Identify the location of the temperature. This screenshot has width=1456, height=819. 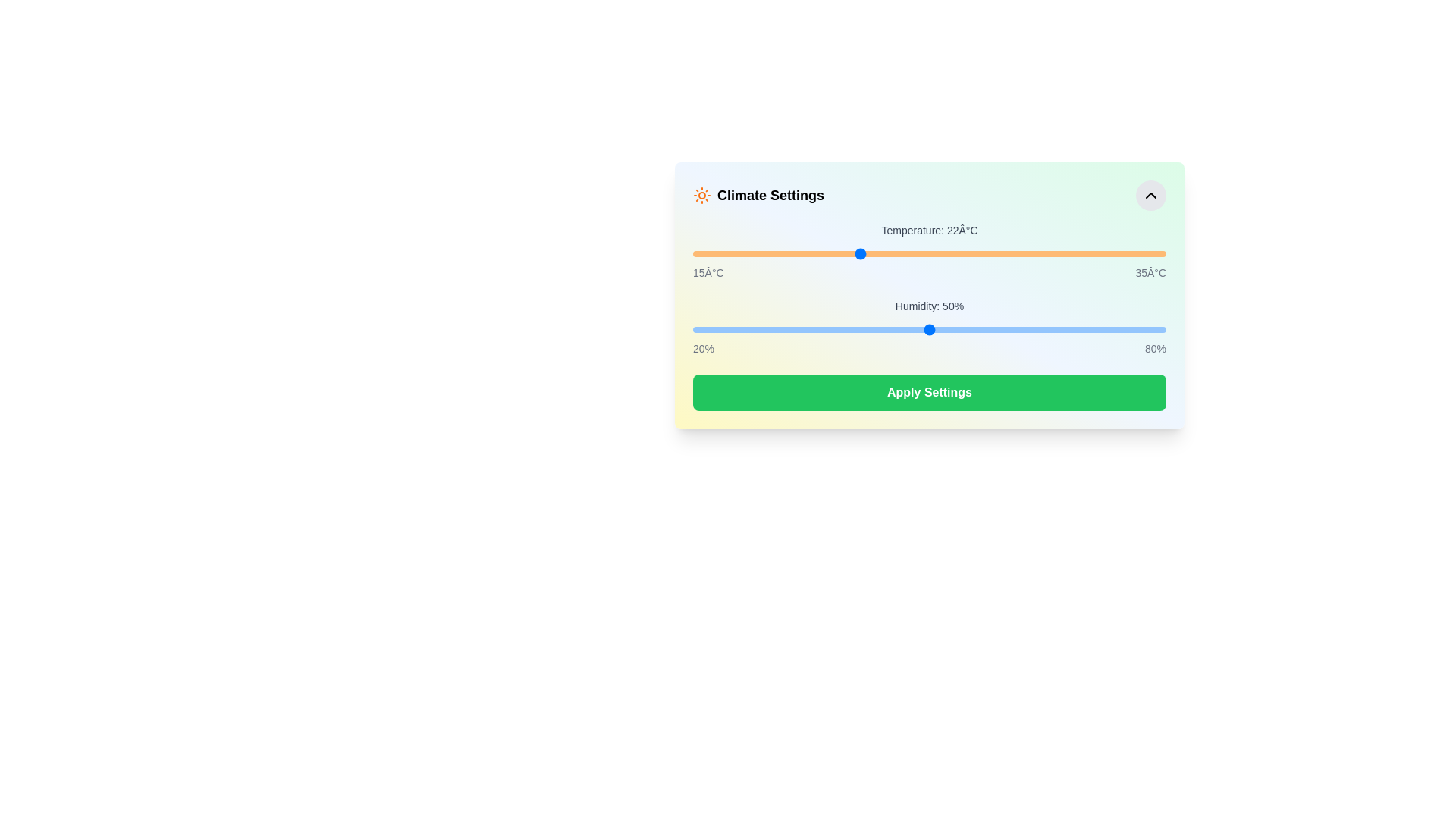
(1024, 253).